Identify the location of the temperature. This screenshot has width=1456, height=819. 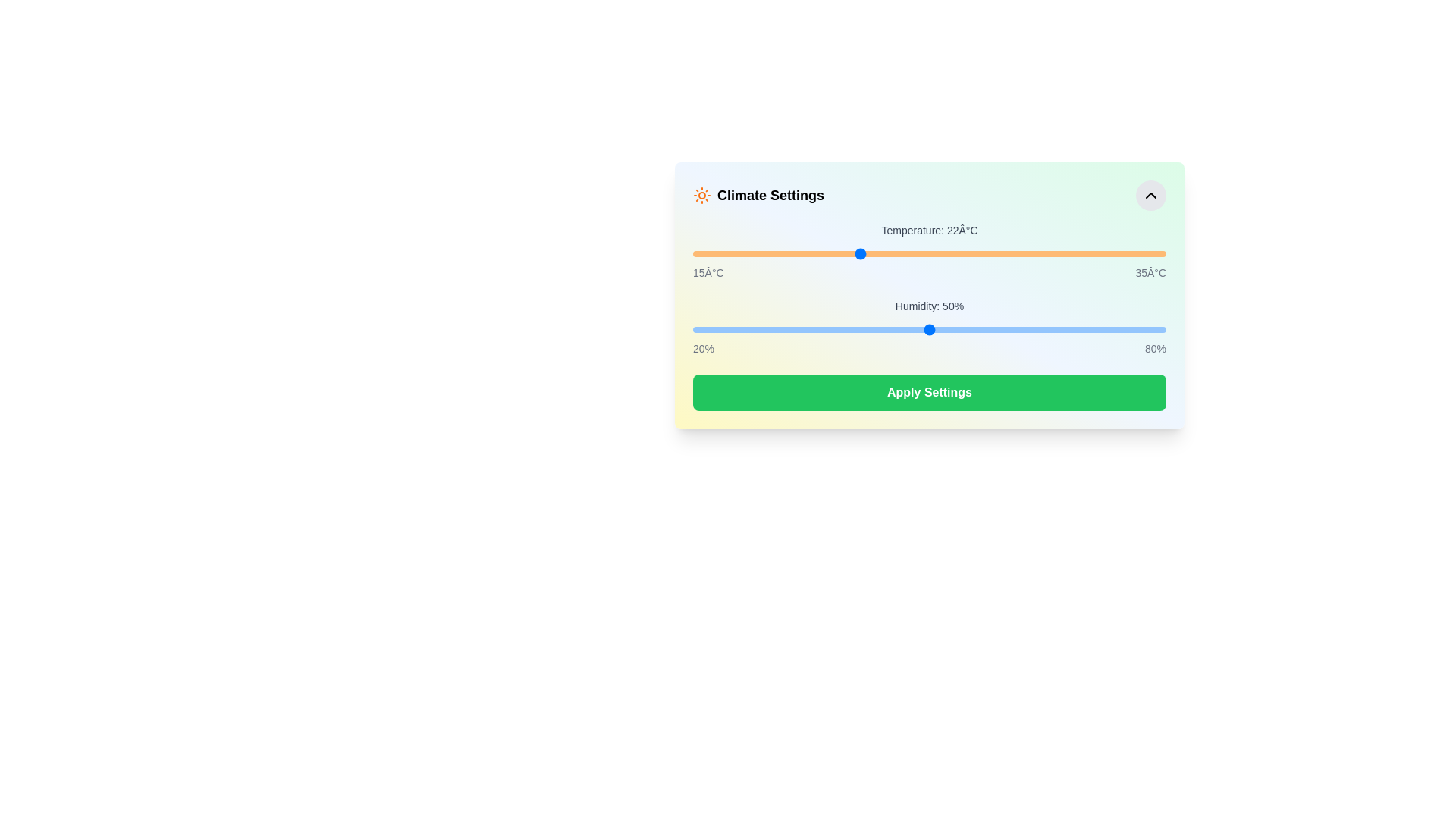
(1024, 253).